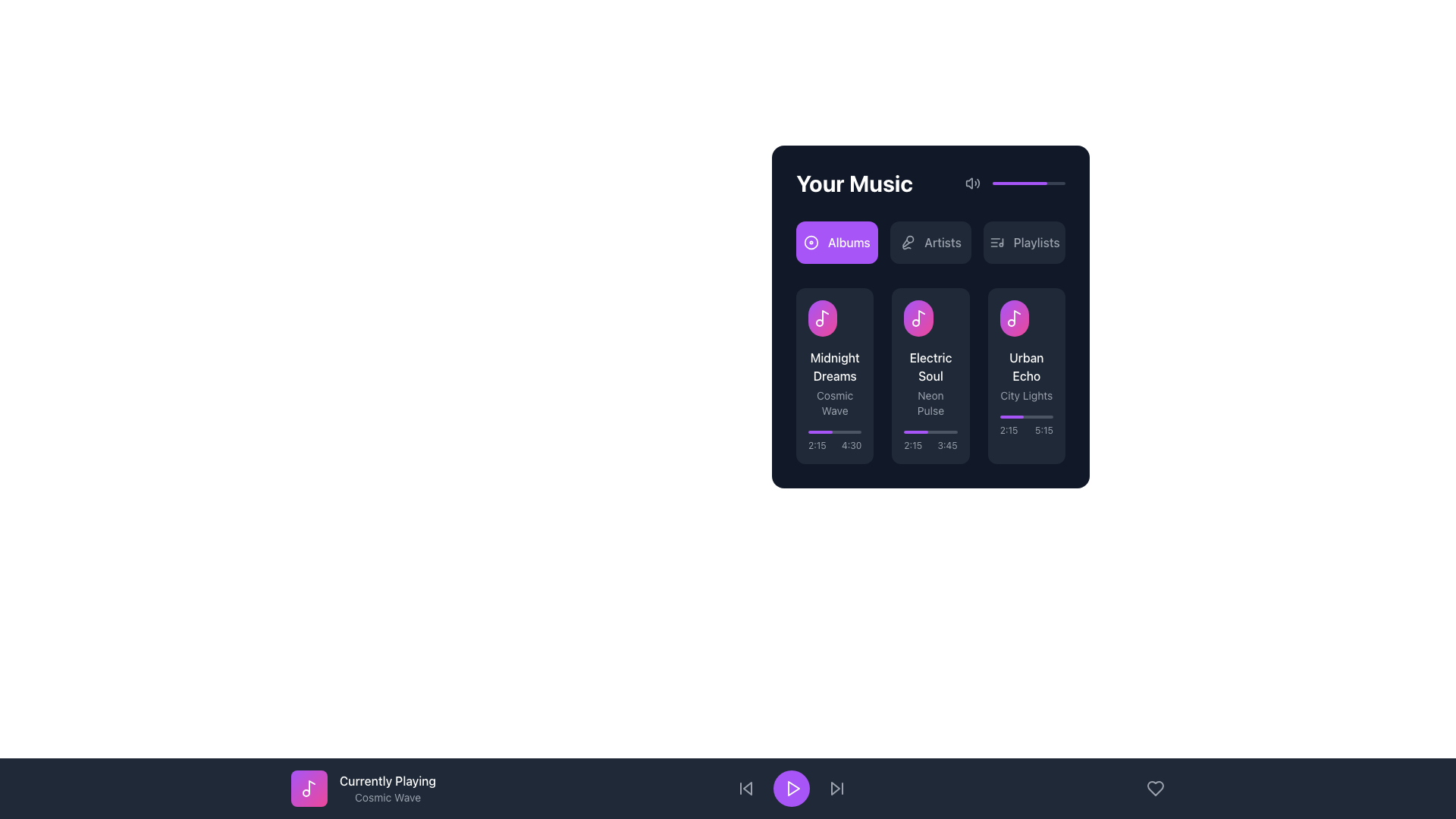  Describe the element at coordinates (996, 242) in the screenshot. I see `the Icon element resembling a list with a musical note, located within the 'Playlists' button in the 'Your Music' section` at that location.